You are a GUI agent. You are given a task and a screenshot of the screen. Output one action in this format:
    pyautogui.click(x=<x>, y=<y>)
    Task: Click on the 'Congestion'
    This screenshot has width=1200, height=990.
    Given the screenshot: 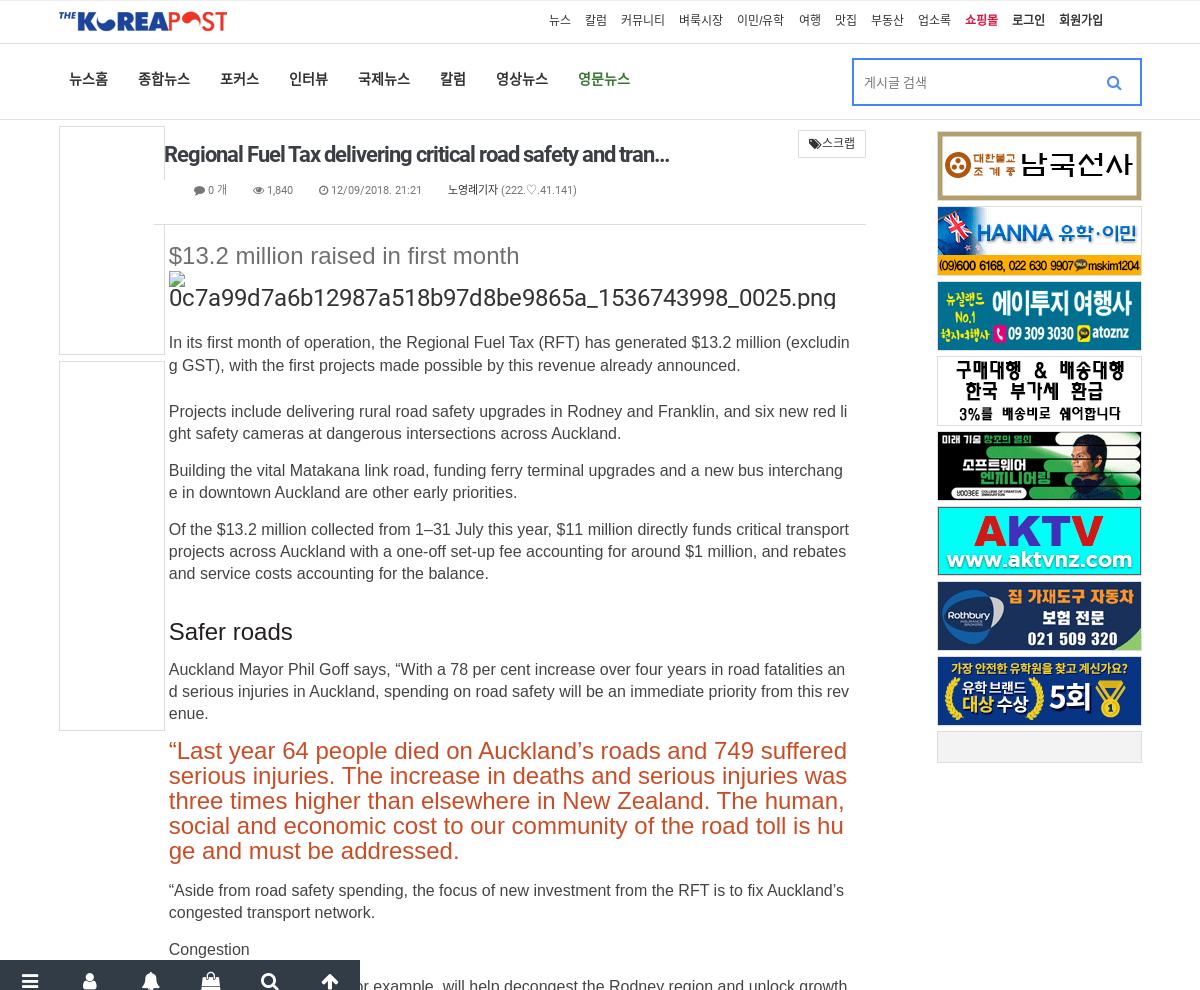 What is the action you would take?
    pyautogui.click(x=207, y=949)
    